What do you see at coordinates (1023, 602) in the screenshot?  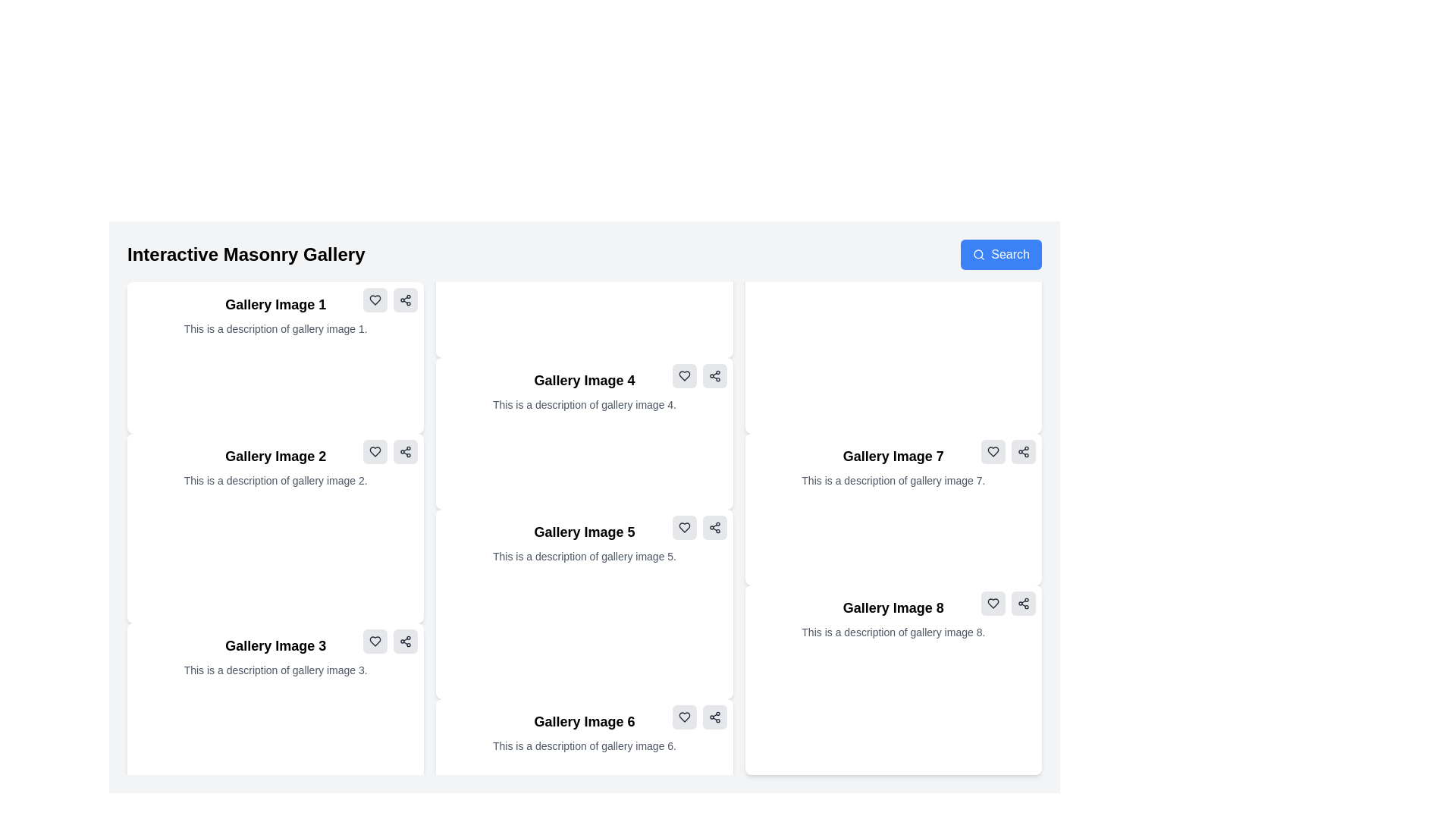 I see `the 'share' icon located at the top right corner of the 'Gallery Image 8' card` at bounding box center [1023, 602].